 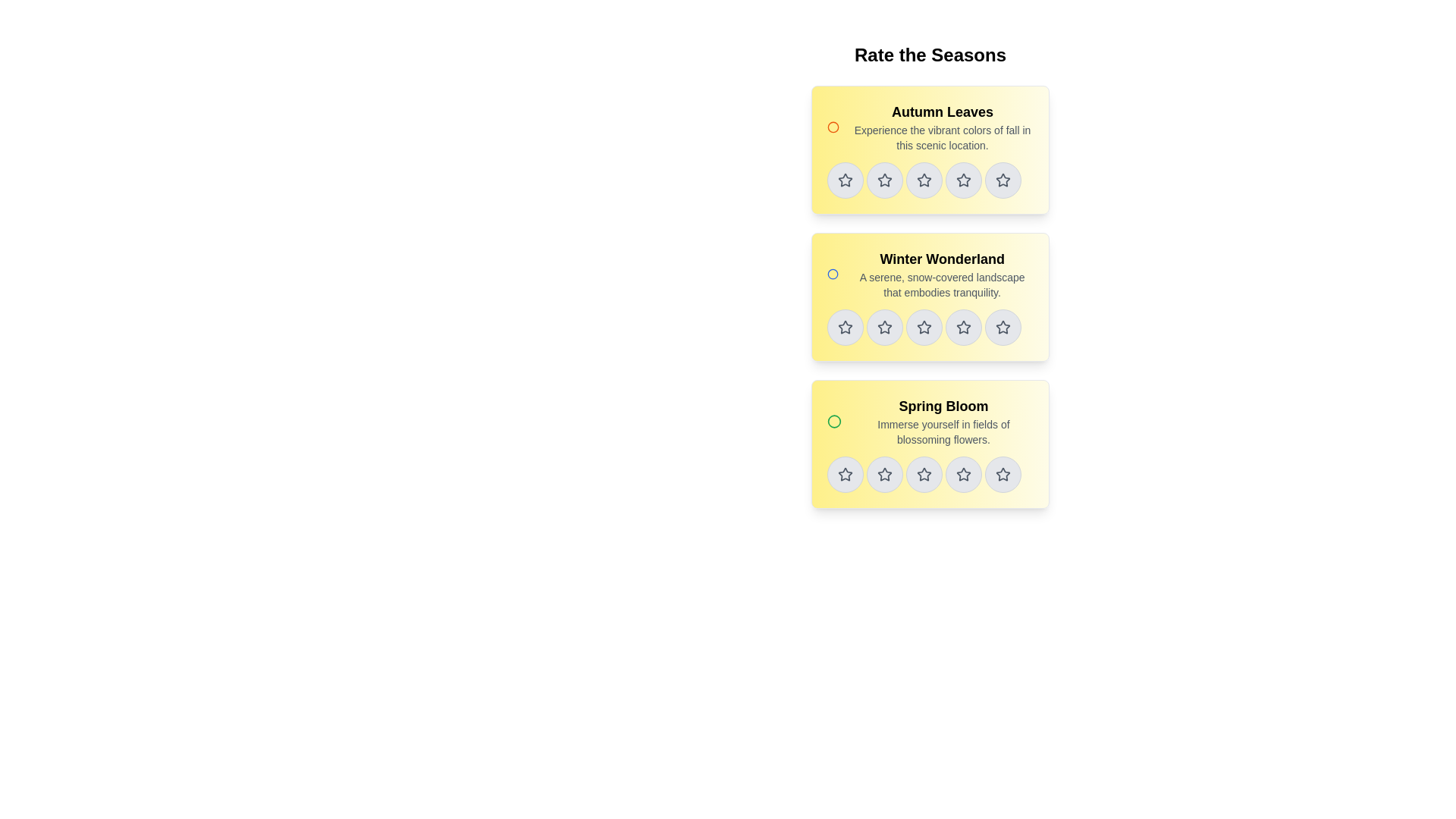 I want to click on the fifth star icon, so click(x=1002, y=178).